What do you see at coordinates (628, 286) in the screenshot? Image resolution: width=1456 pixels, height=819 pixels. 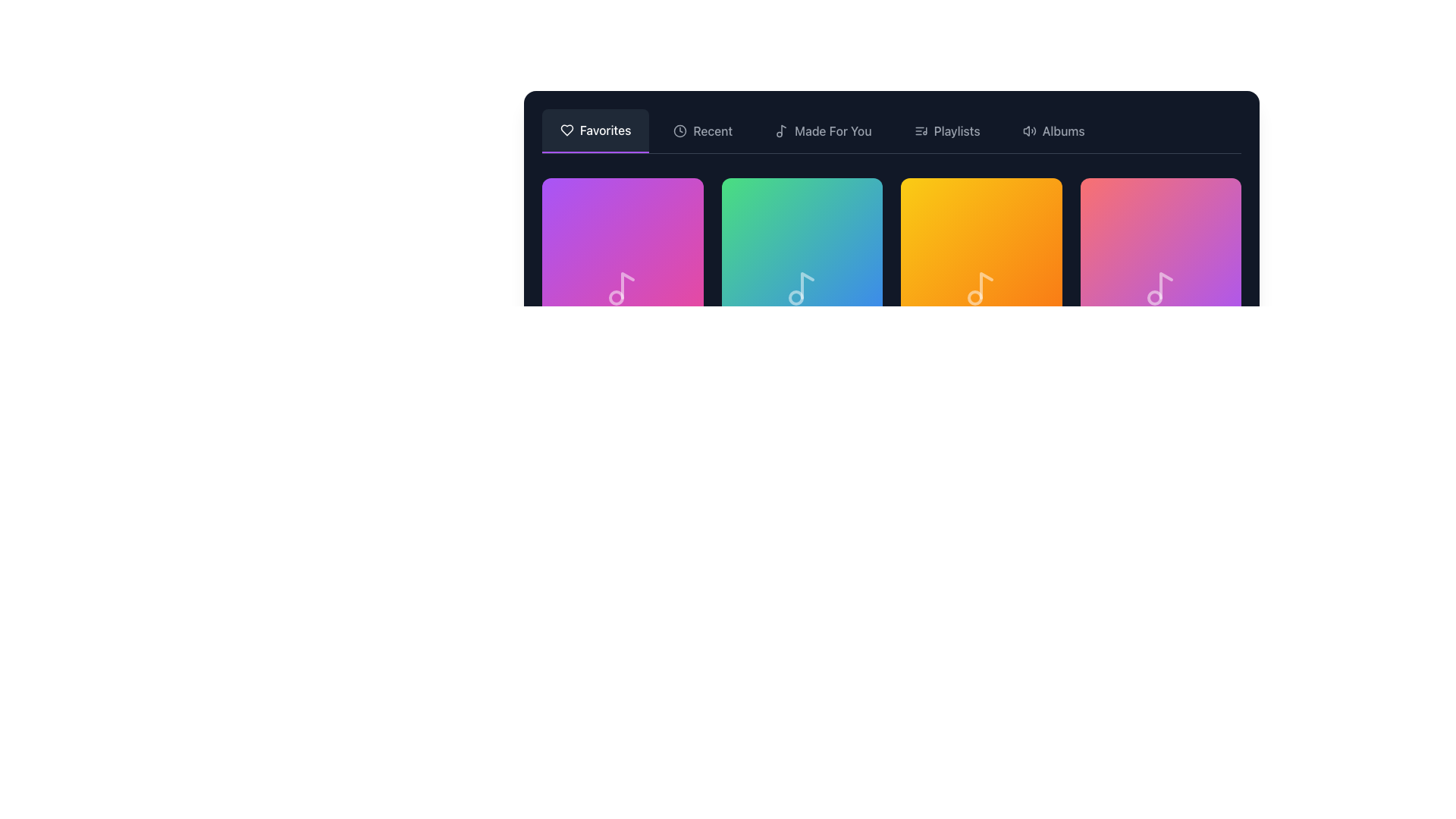 I see `the vertical line resembling a musical note stem in the SVG graphic located in the top-left card with a pink gradient background in the 'Favorites' tab` at bounding box center [628, 286].